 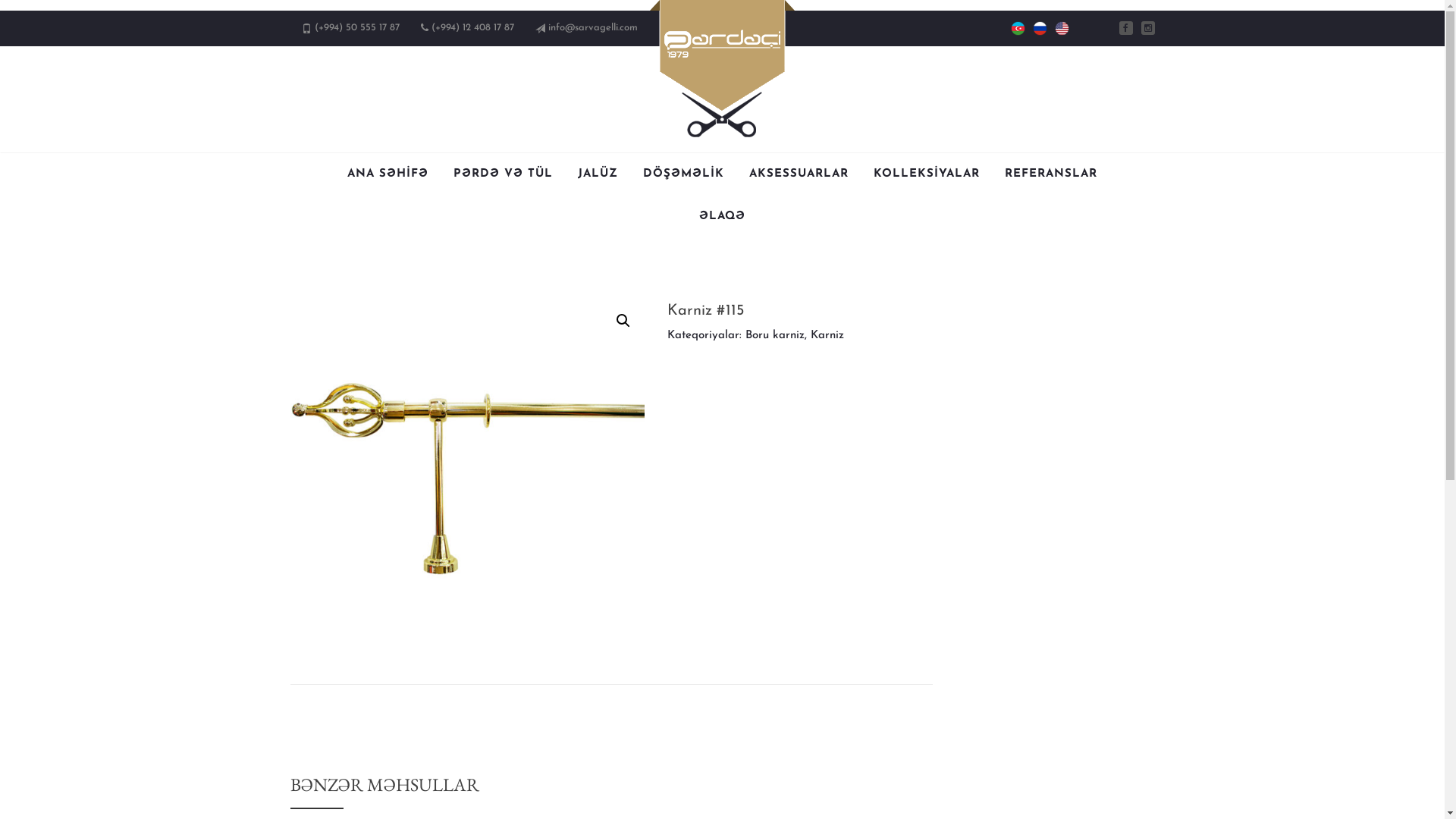 I want to click on 'KOLLEKSIYALAR', so click(x=874, y=174).